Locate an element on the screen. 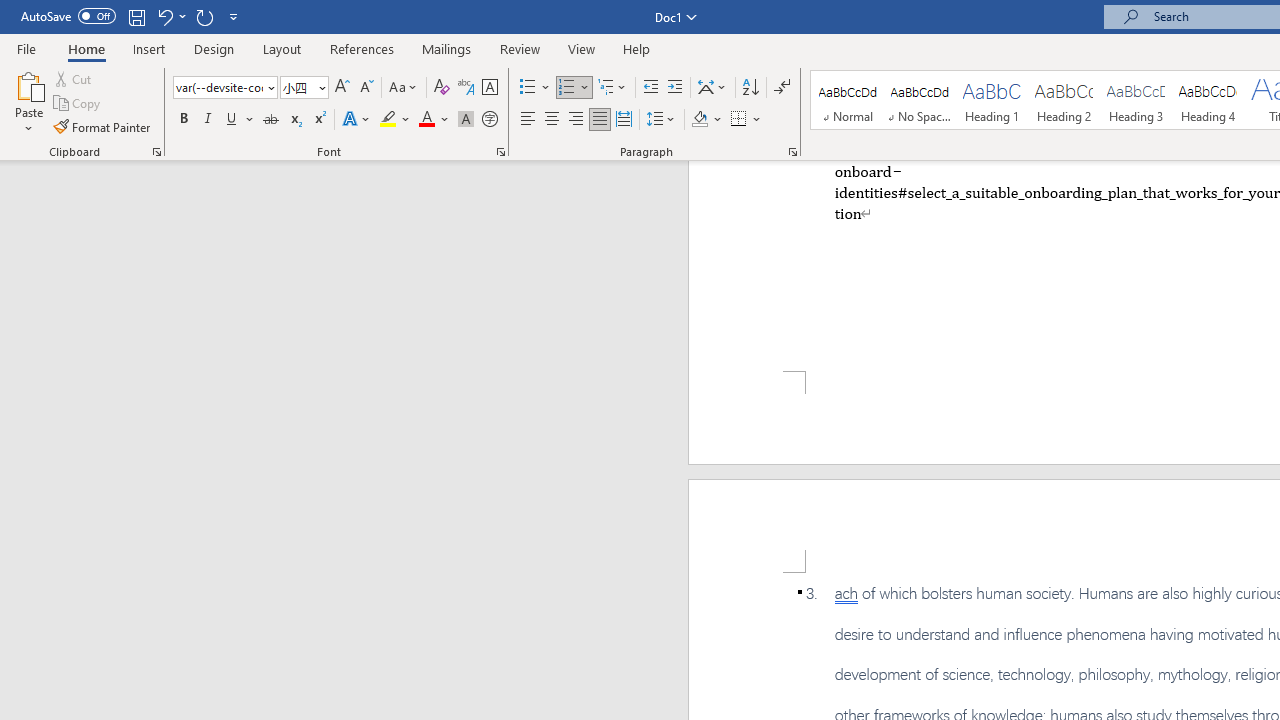 This screenshot has width=1280, height=720. 'Sort...' is located at coordinates (749, 86).